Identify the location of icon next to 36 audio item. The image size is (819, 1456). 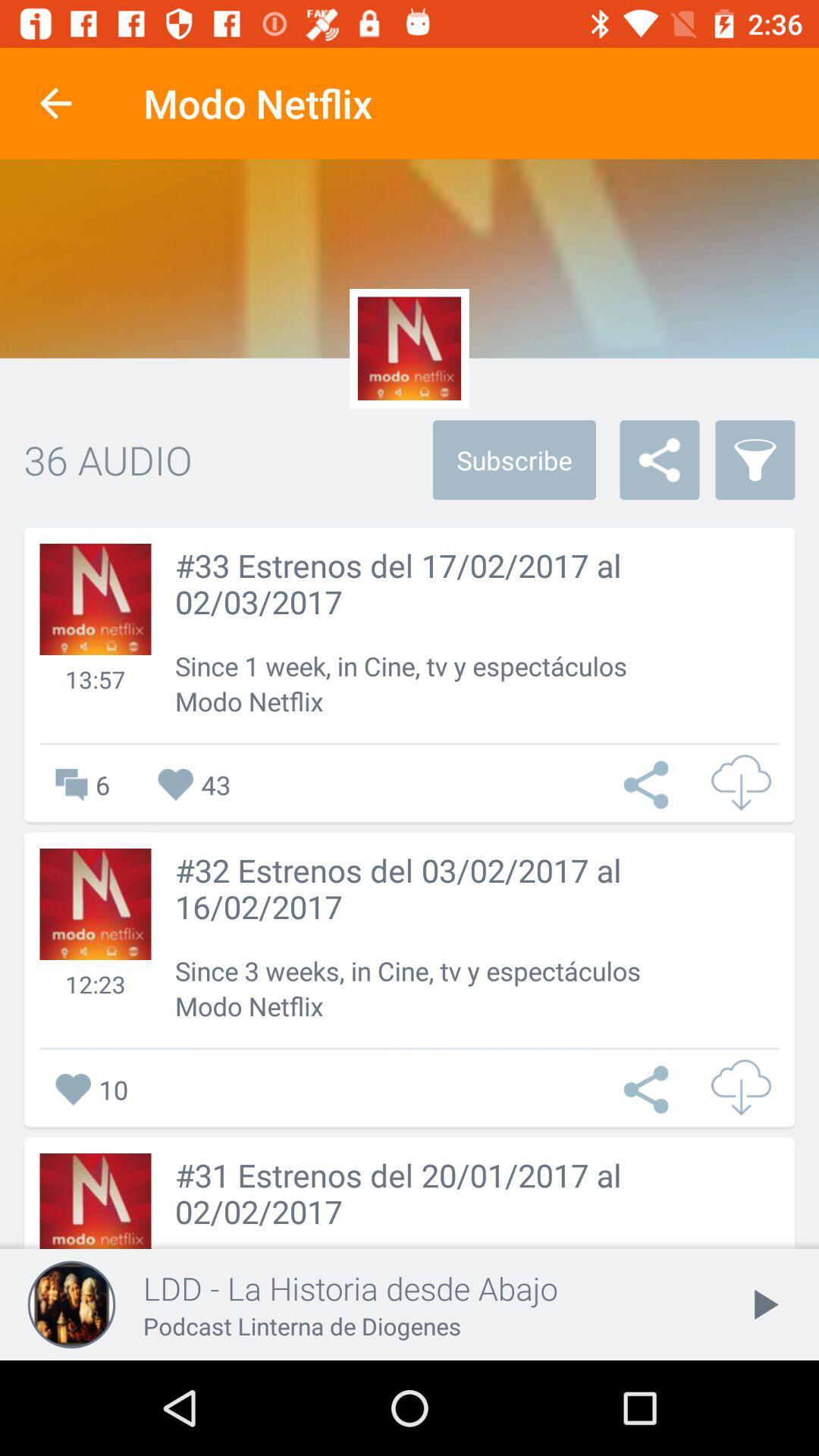
(513, 459).